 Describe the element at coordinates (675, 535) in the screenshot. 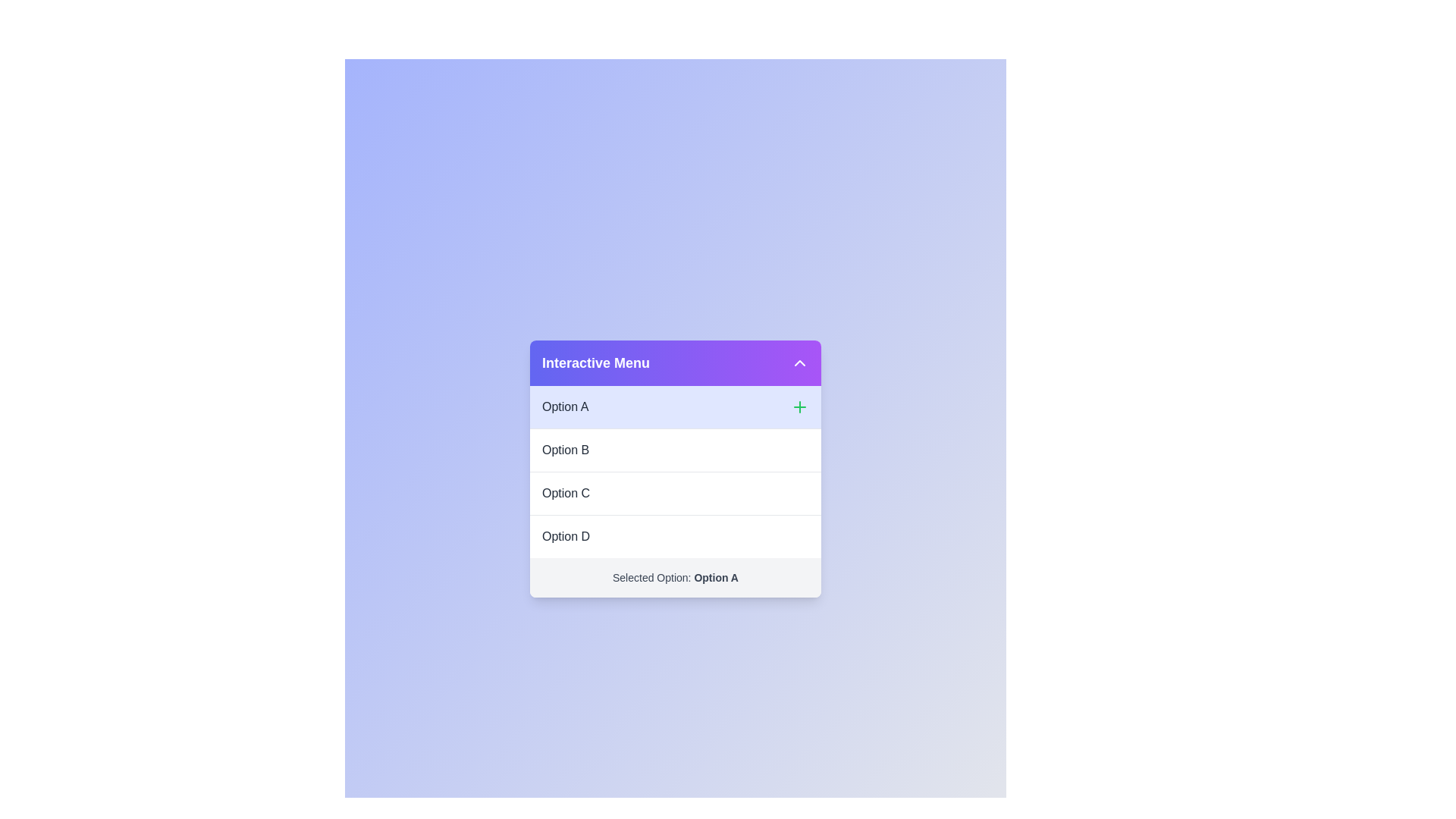

I see `the option Option D from the menu` at that location.